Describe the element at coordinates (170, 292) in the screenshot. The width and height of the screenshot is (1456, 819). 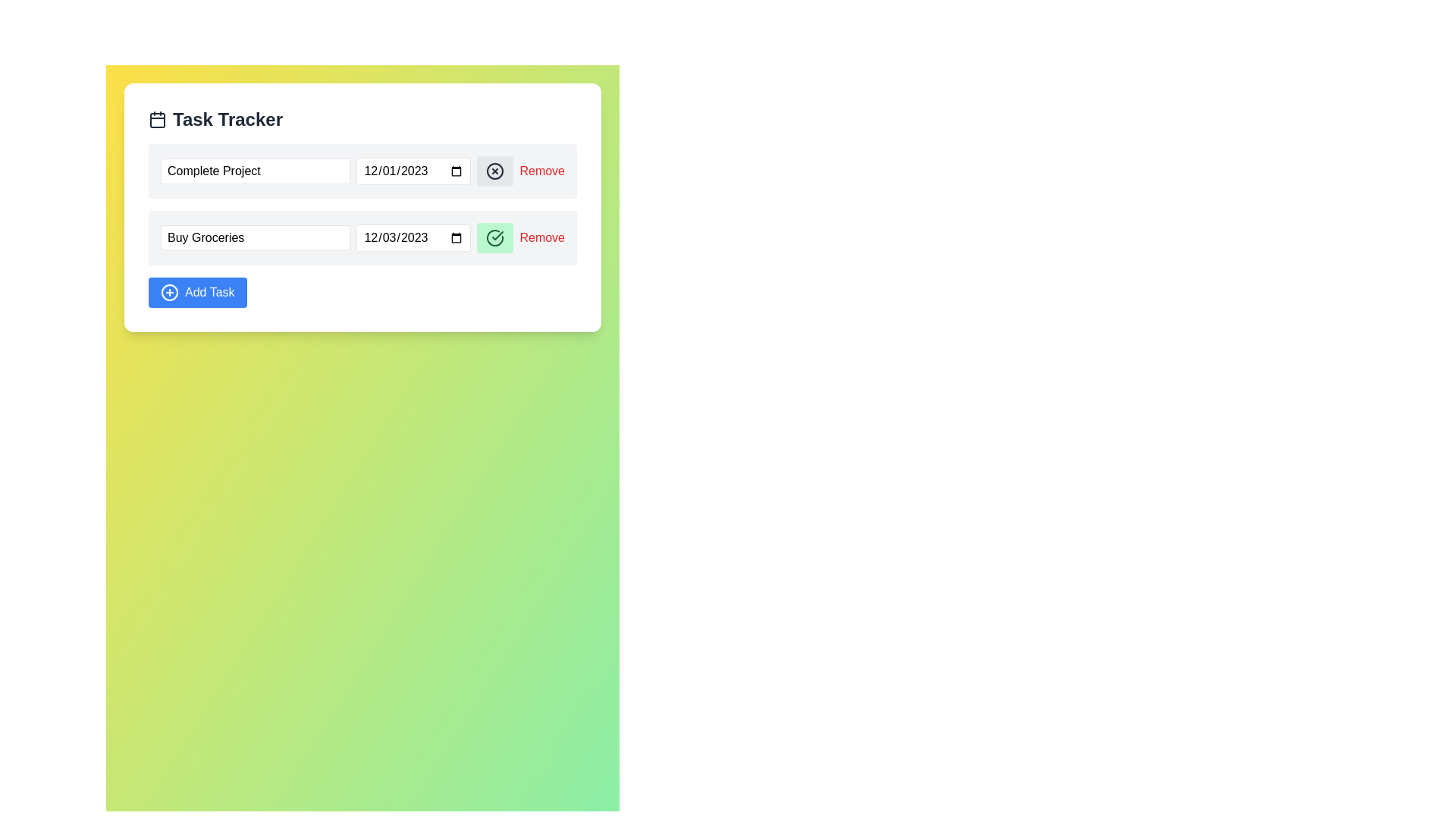
I see `the circular icon with a blue outline and white background, which is part of the 'Add Task' button` at that location.